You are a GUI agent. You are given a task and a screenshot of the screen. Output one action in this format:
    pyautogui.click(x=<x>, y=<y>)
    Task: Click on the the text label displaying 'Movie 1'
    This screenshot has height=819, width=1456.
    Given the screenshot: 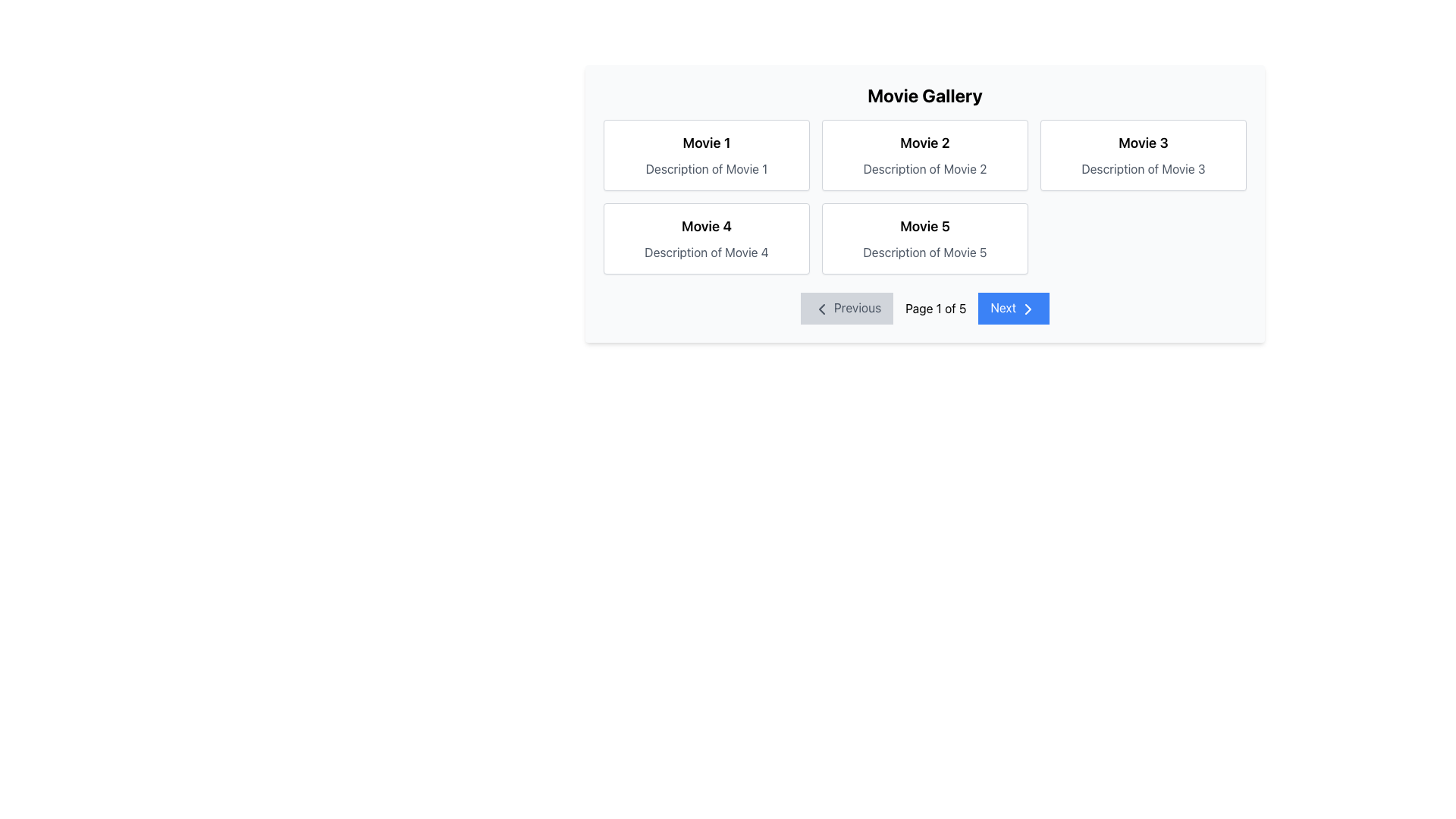 What is the action you would take?
    pyautogui.click(x=705, y=143)
    